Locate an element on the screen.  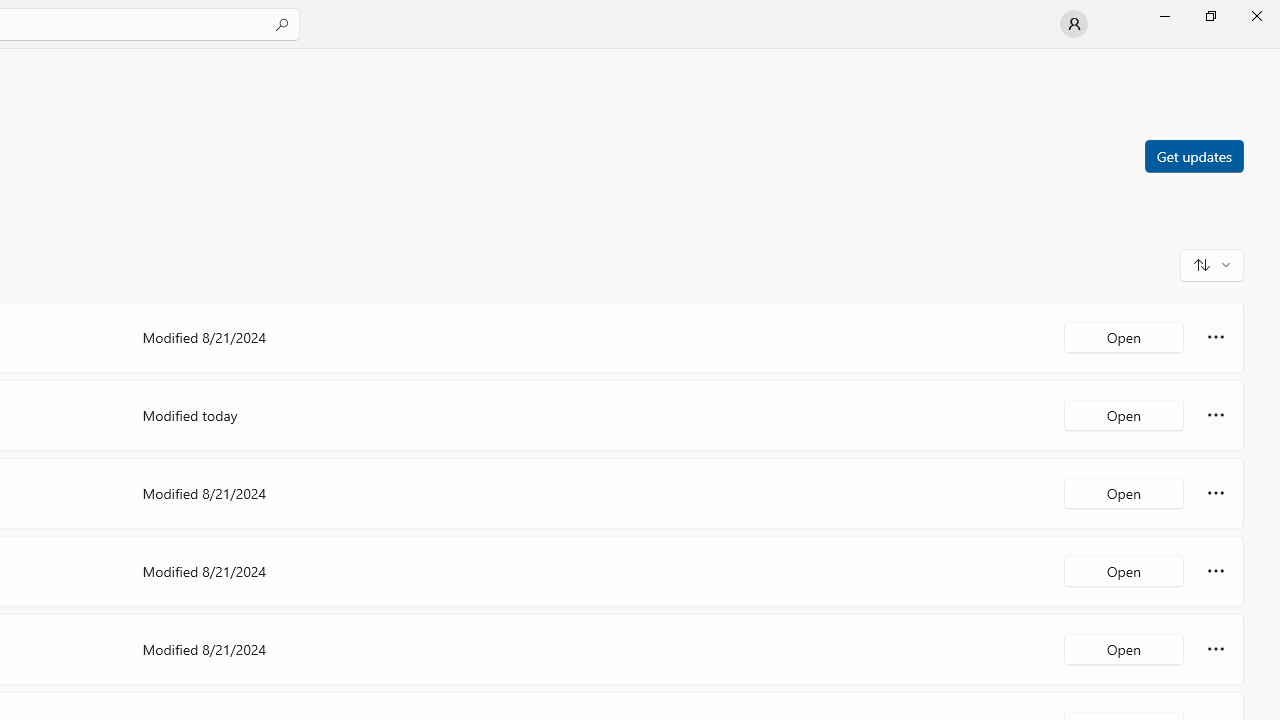
'Close Microsoft Store' is located at coordinates (1255, 15).